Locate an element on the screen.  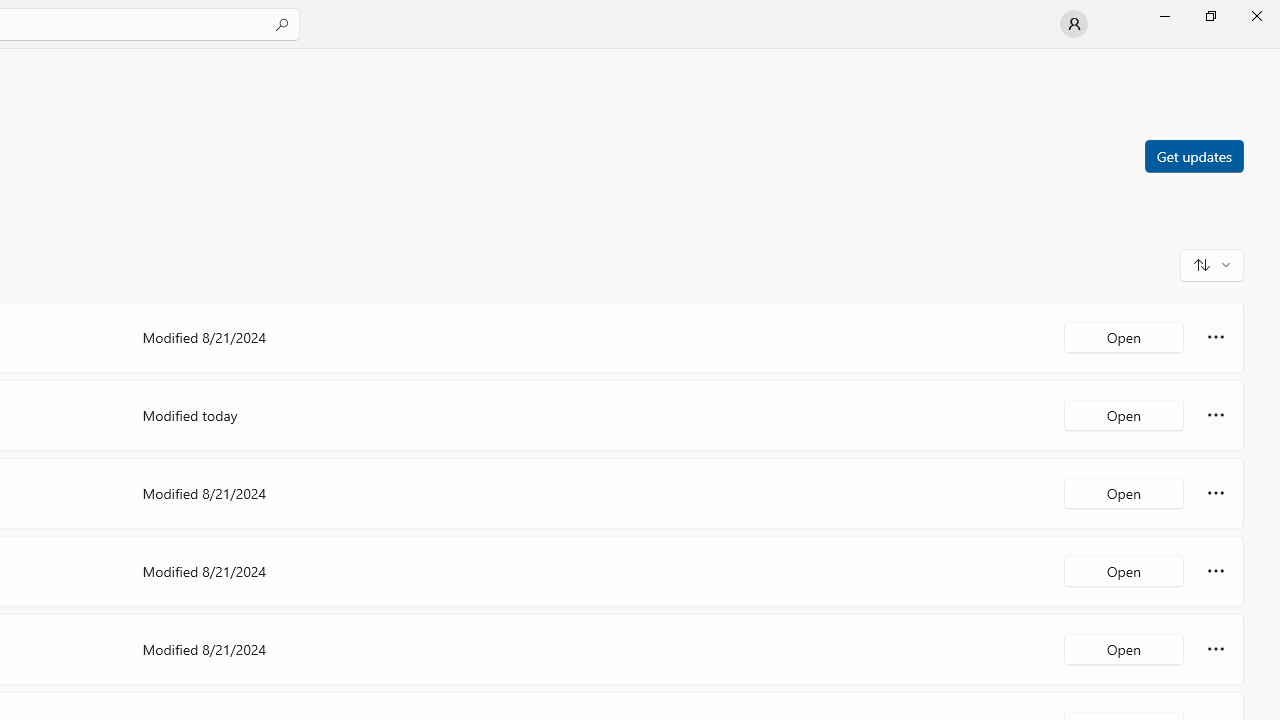
'Close Microsoft Store' is located at coordinates (1255, 15).